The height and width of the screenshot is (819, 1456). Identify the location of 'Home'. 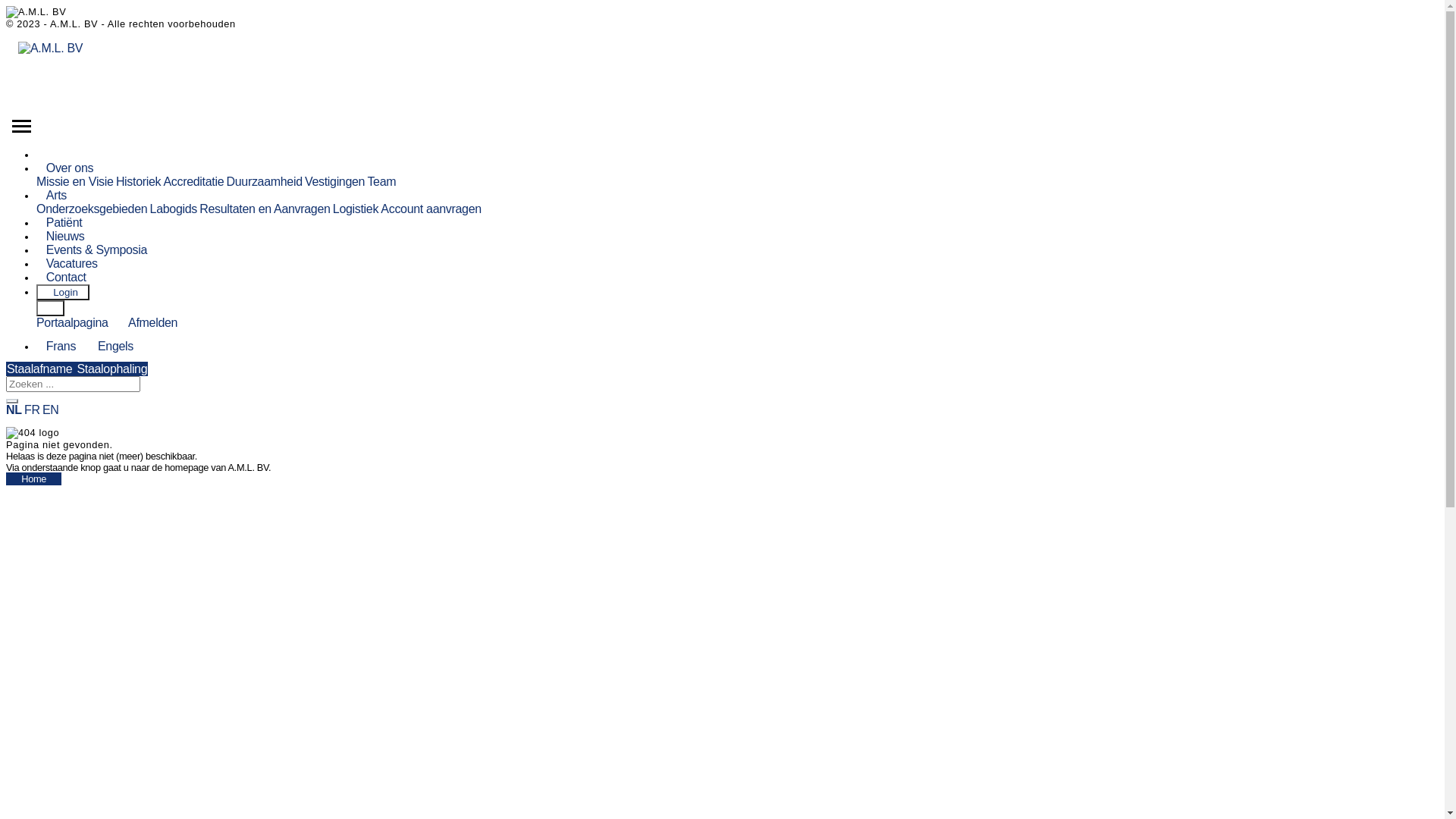
(33, 479).